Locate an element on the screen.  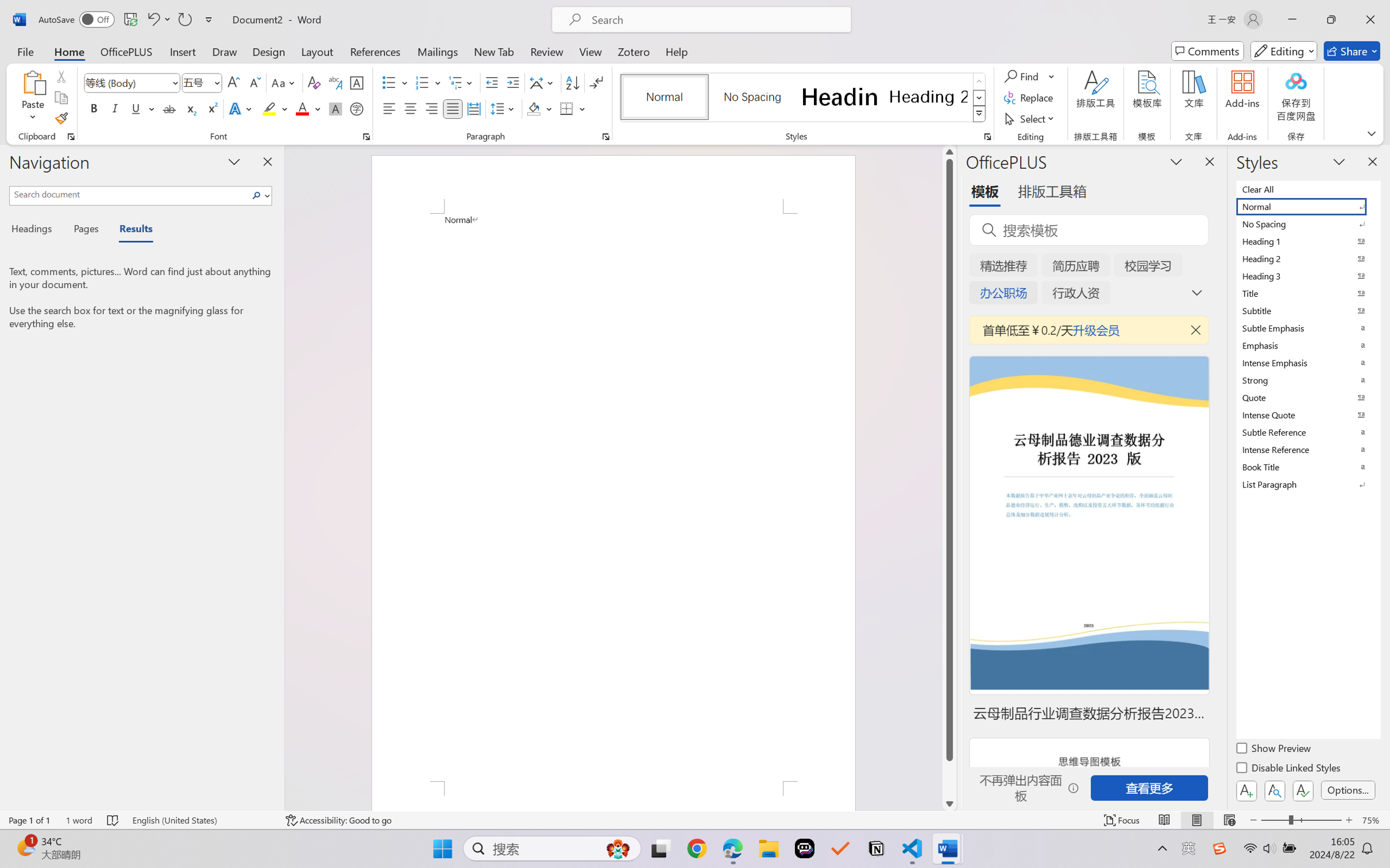
'Results' is located at coordinates (130, 230).